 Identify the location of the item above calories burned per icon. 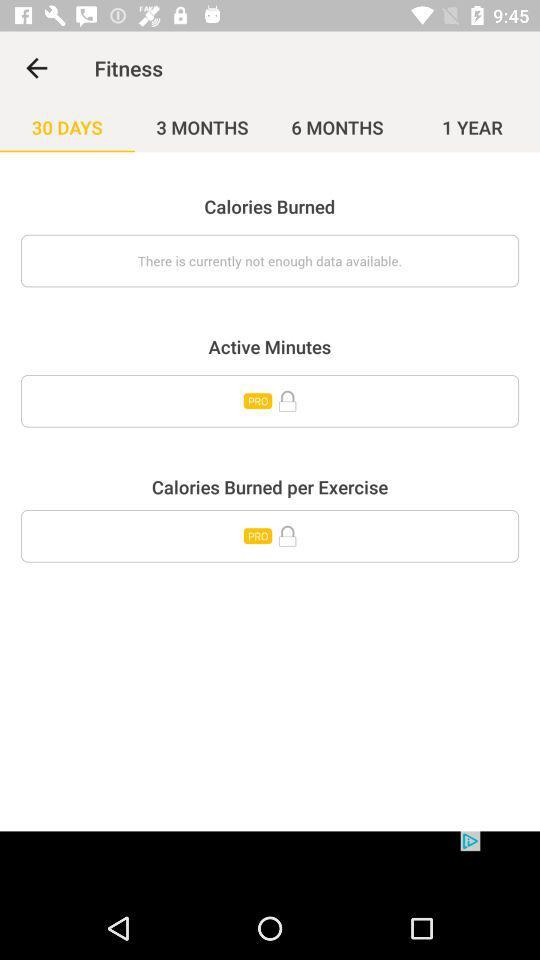
(270, 400).